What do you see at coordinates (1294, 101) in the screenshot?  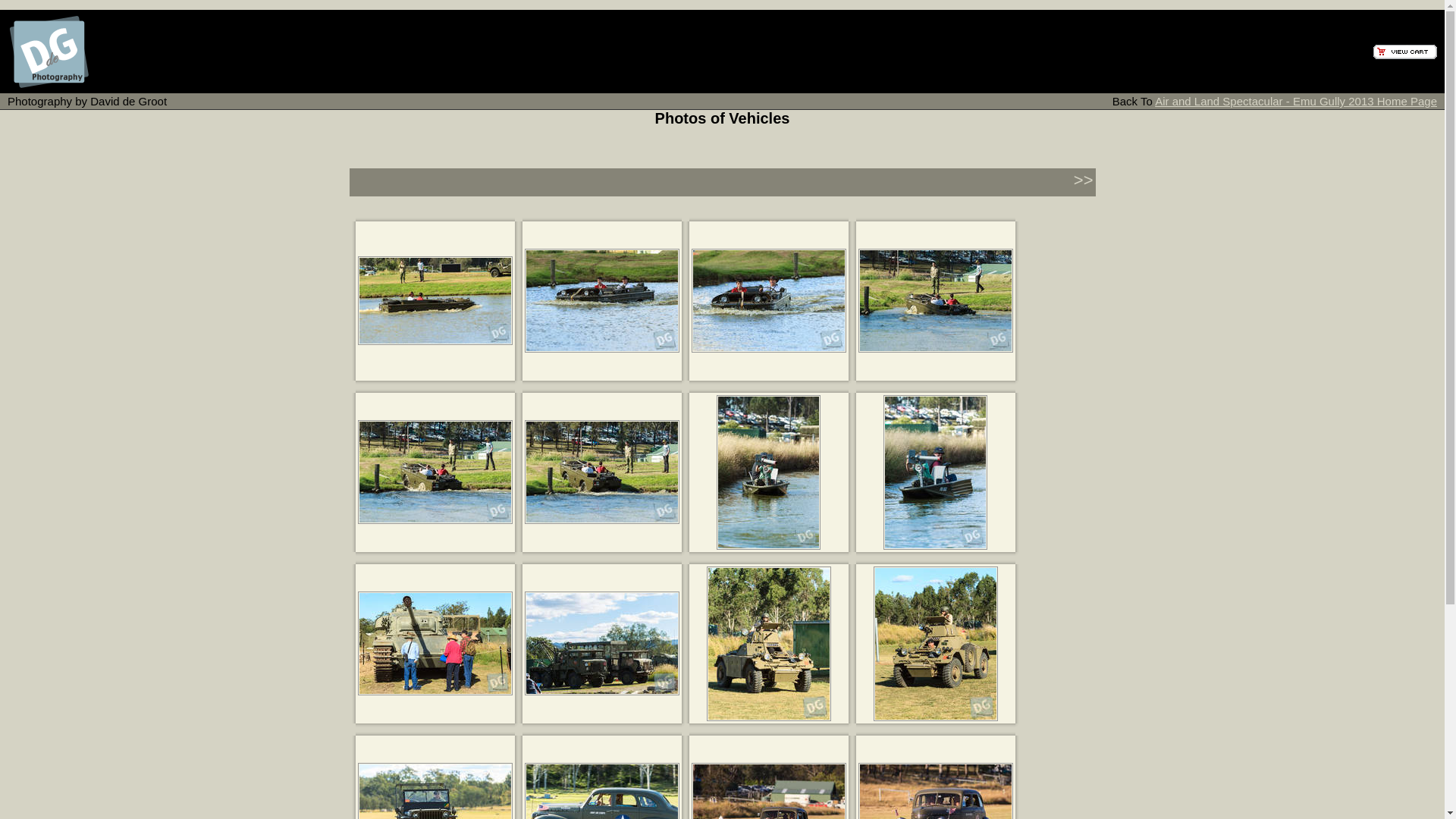 I see `'Air and Land Spectacular - Emu Gully 2013 Home Page'` at bounding box center [1294, 101].